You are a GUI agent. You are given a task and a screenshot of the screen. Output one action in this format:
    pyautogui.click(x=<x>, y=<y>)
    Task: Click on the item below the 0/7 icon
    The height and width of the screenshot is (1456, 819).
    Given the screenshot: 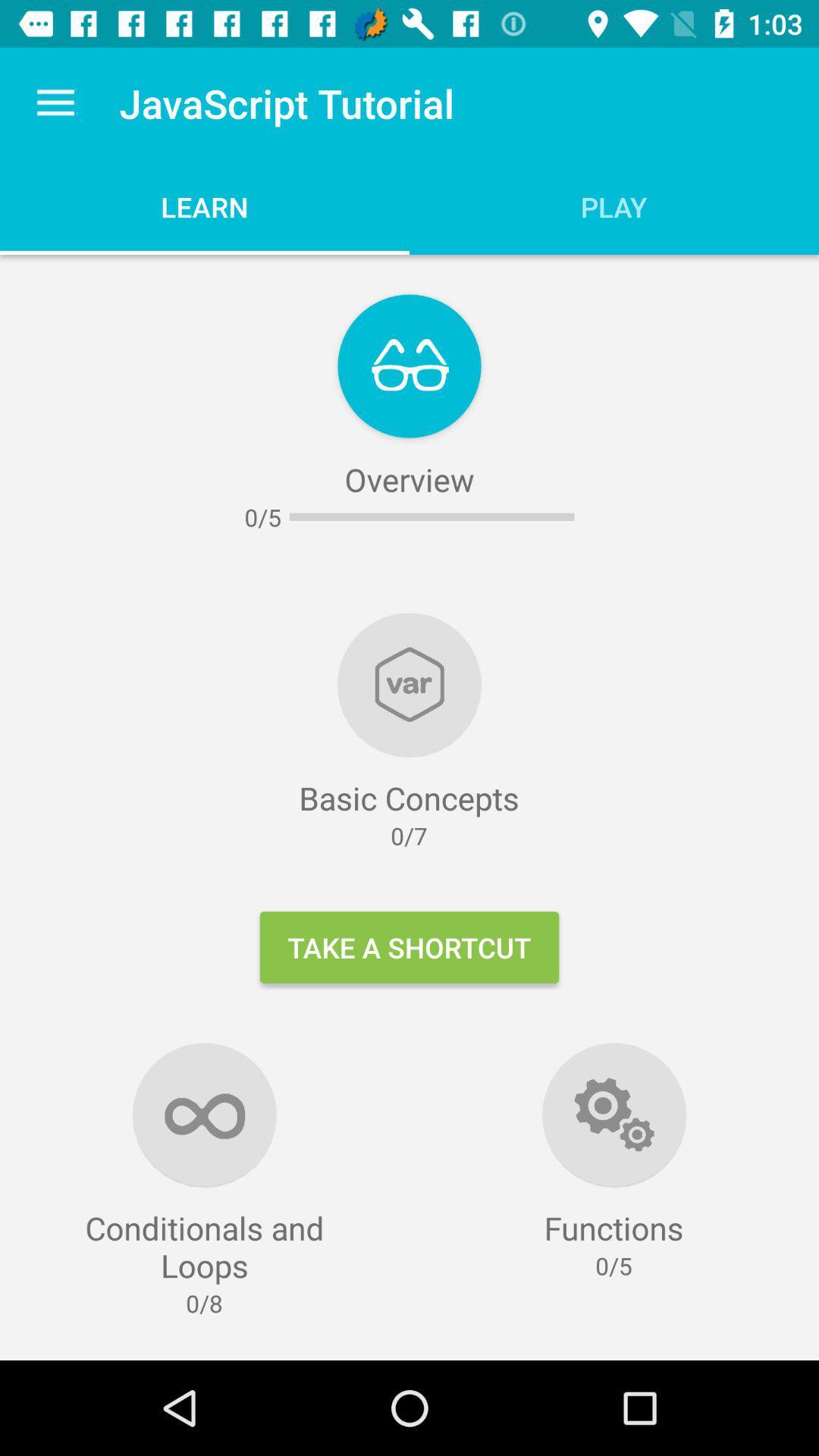 What is the action you would take?
    pyautogui.click(x=409, y=946)
    